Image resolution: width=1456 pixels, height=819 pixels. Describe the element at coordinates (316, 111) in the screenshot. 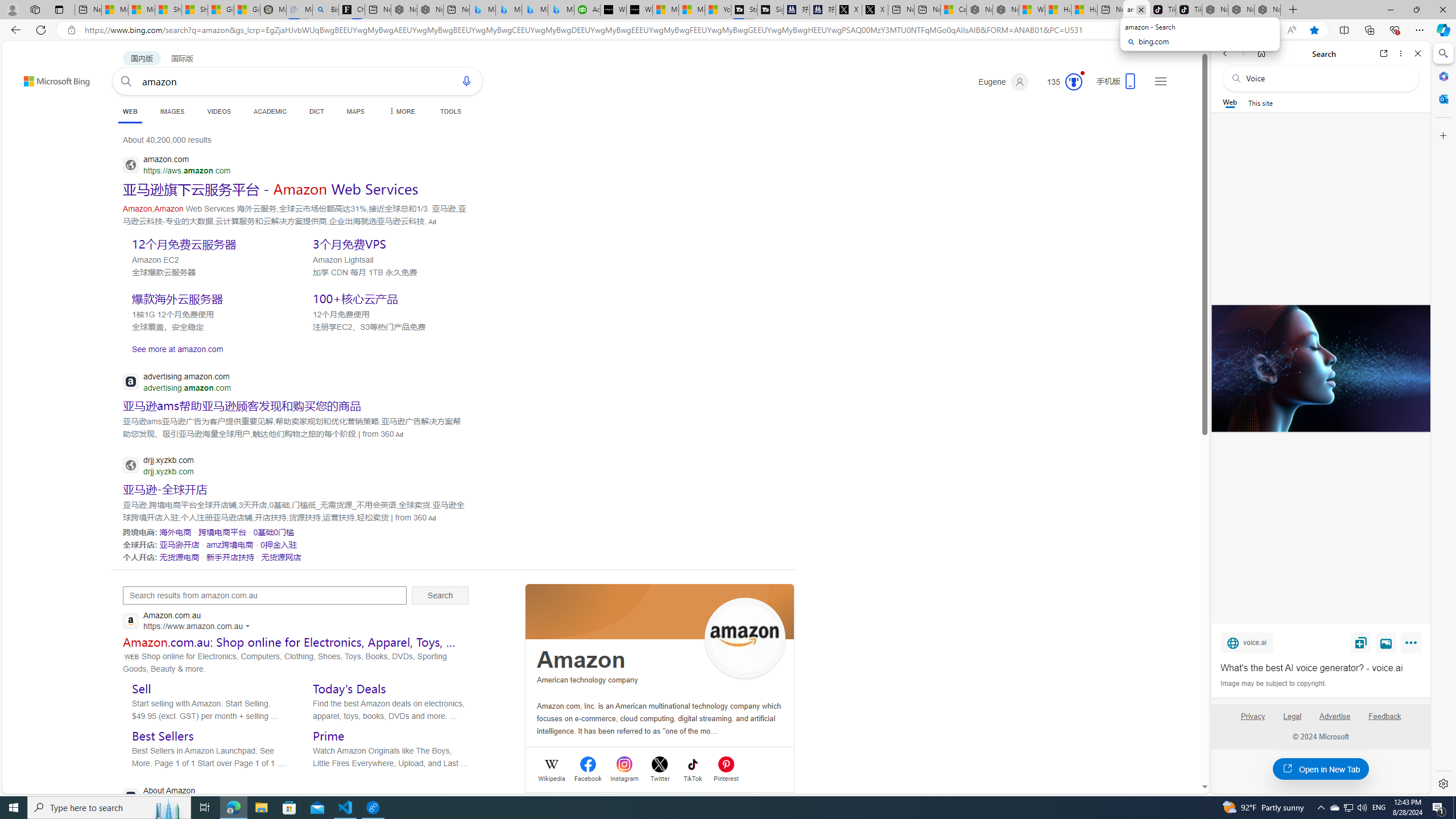

I see `'DICT'` at that location.